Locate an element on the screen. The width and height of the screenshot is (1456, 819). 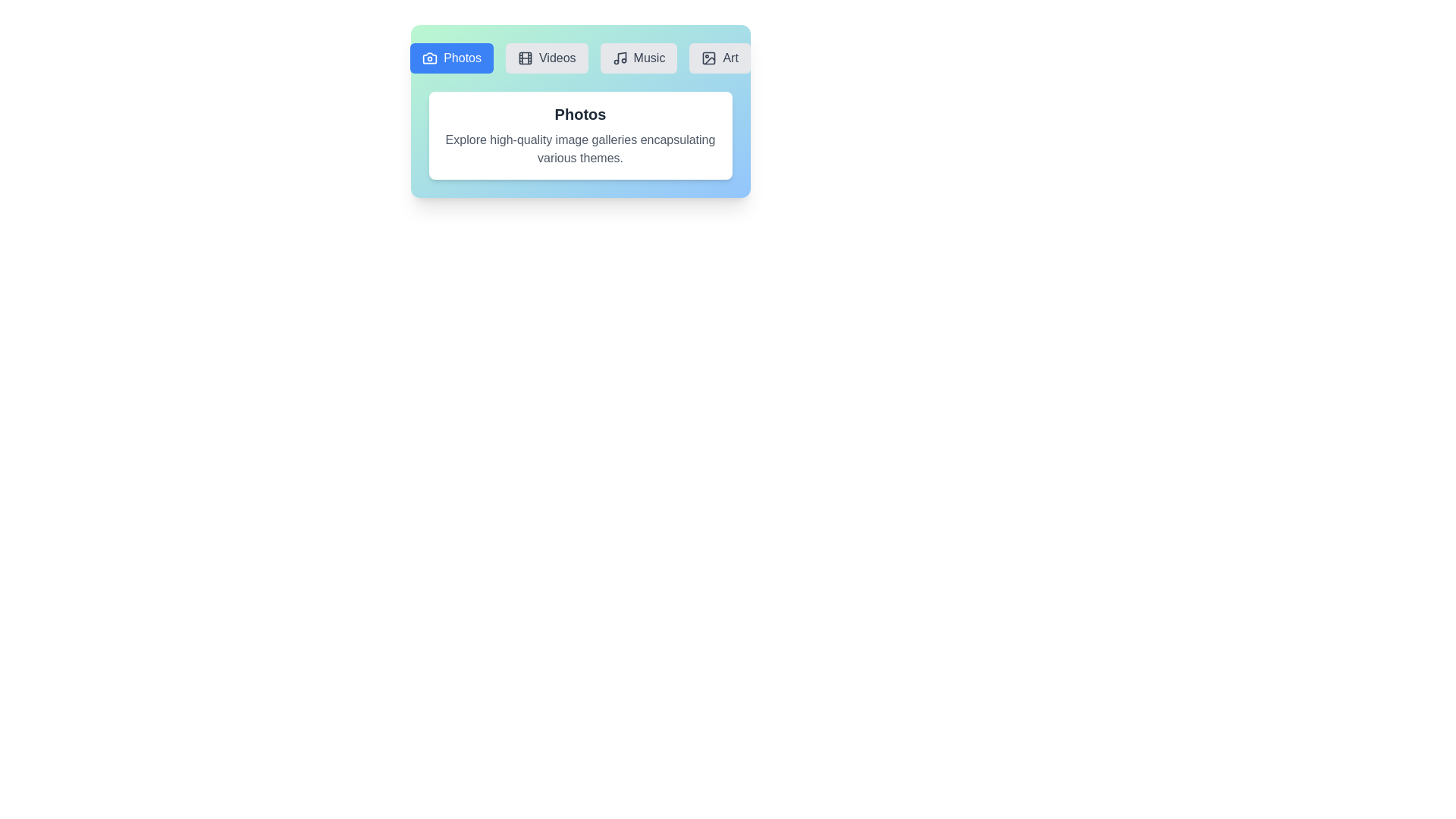
the Music tab is located at coordinates (639, 58).